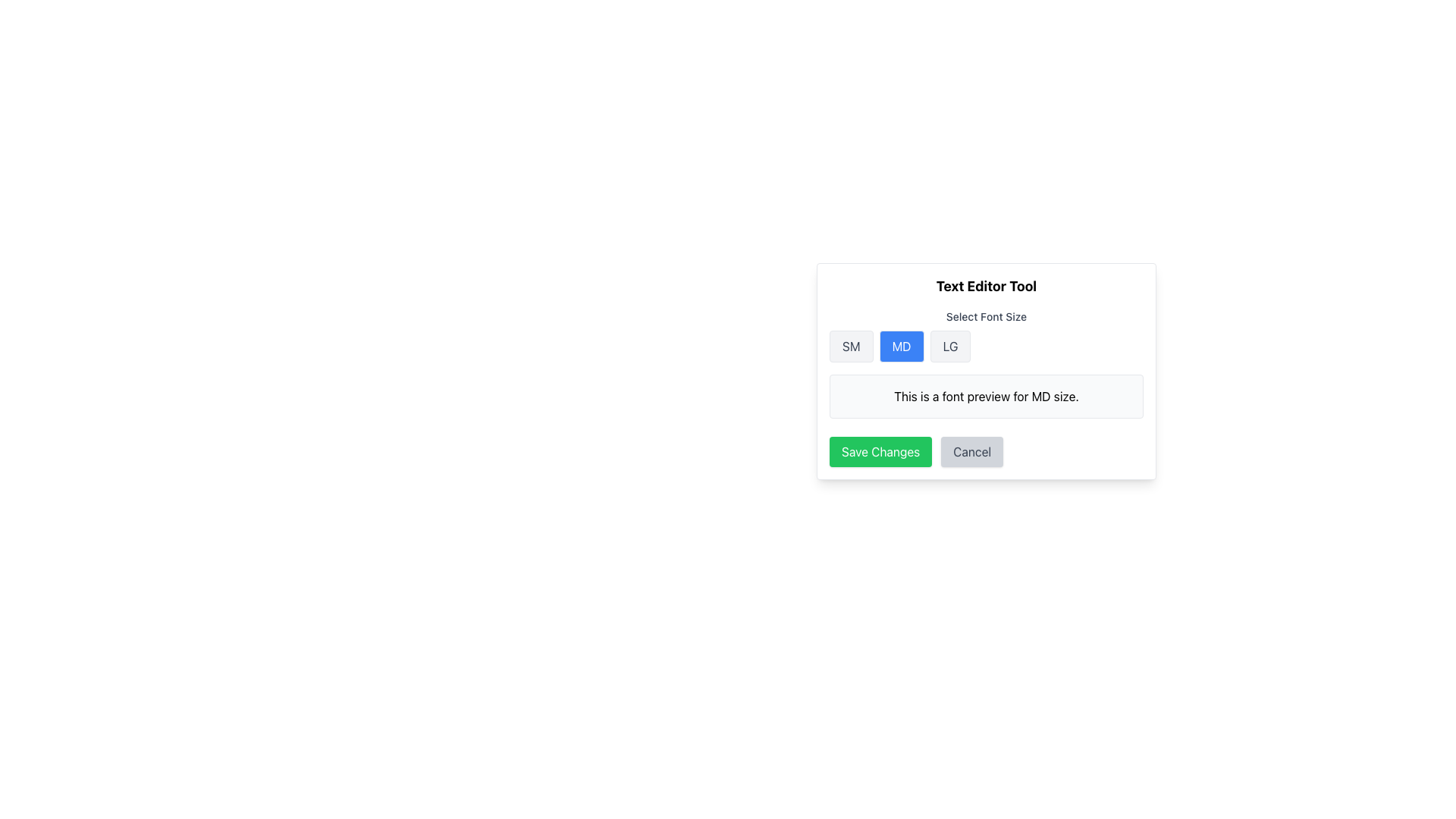 The image size is (1456, 819). What do you see at coordinates (880, 451) in the screenshot?
I see `the 'Save Changes' button with a green background and white text` at bounding box center [880, 451].